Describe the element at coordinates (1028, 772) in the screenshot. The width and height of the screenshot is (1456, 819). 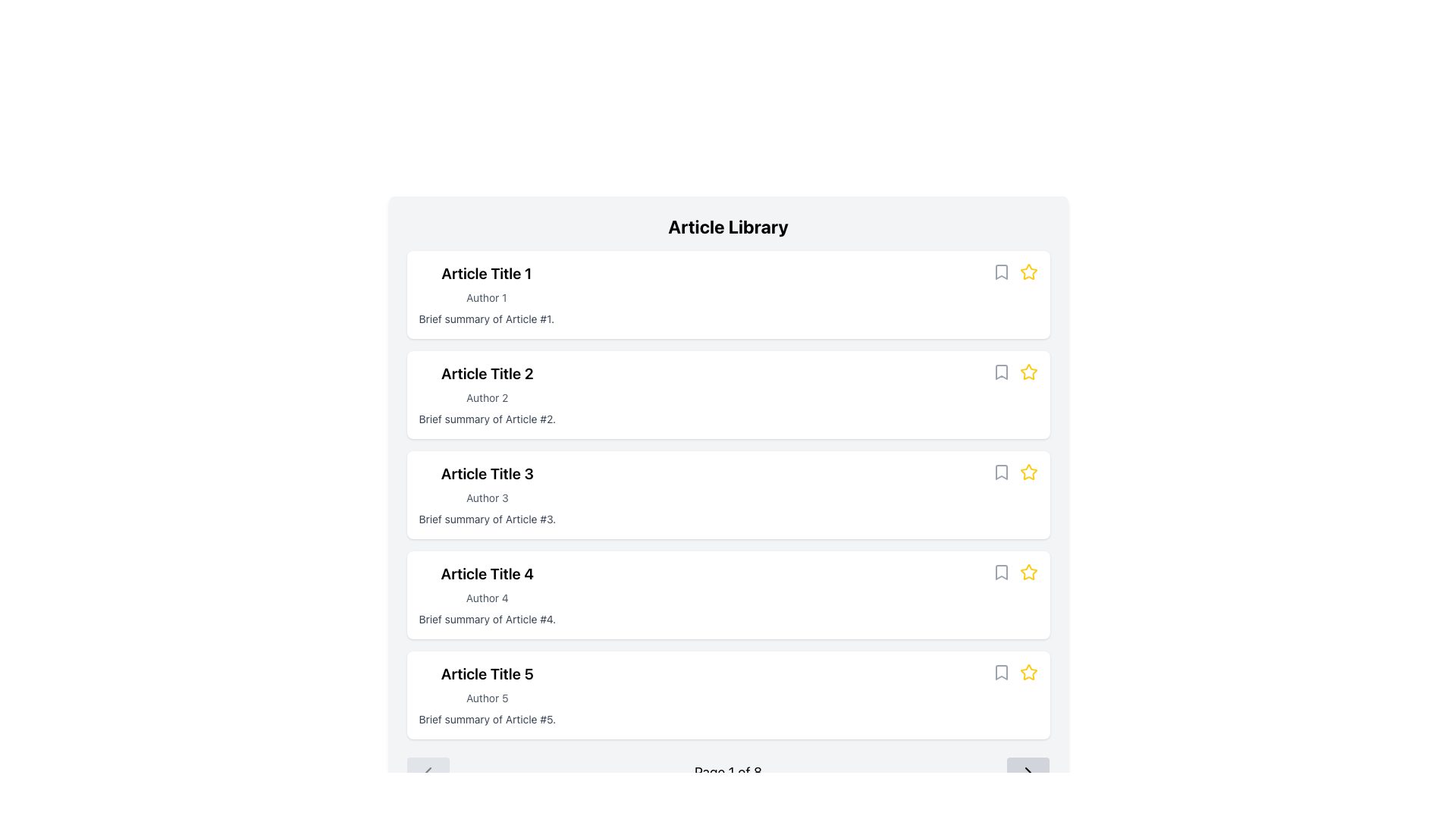
I see `the small right-pointing arrow icon button located in the bottom-right corner of the navigation section` at that location.